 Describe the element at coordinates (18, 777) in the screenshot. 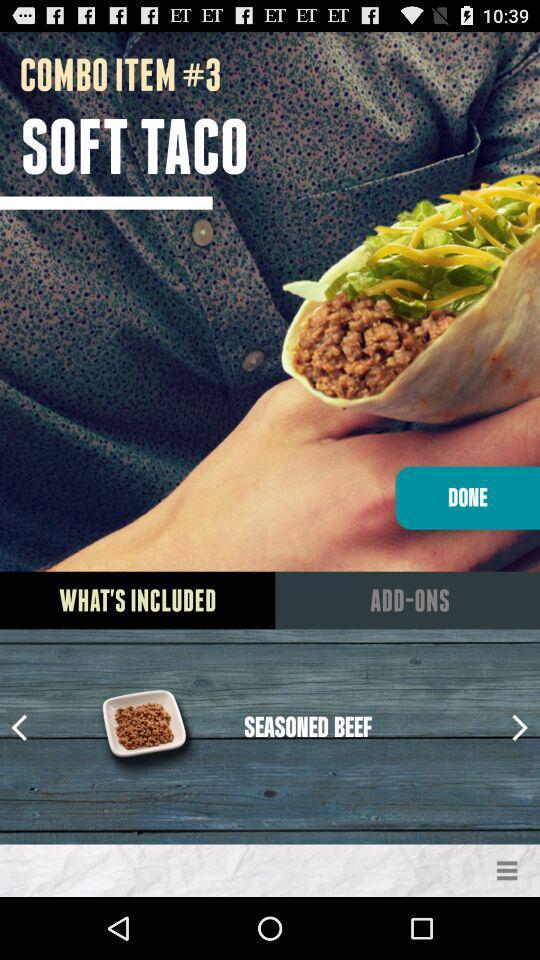

I see `the arrow_backward icon` at that location.